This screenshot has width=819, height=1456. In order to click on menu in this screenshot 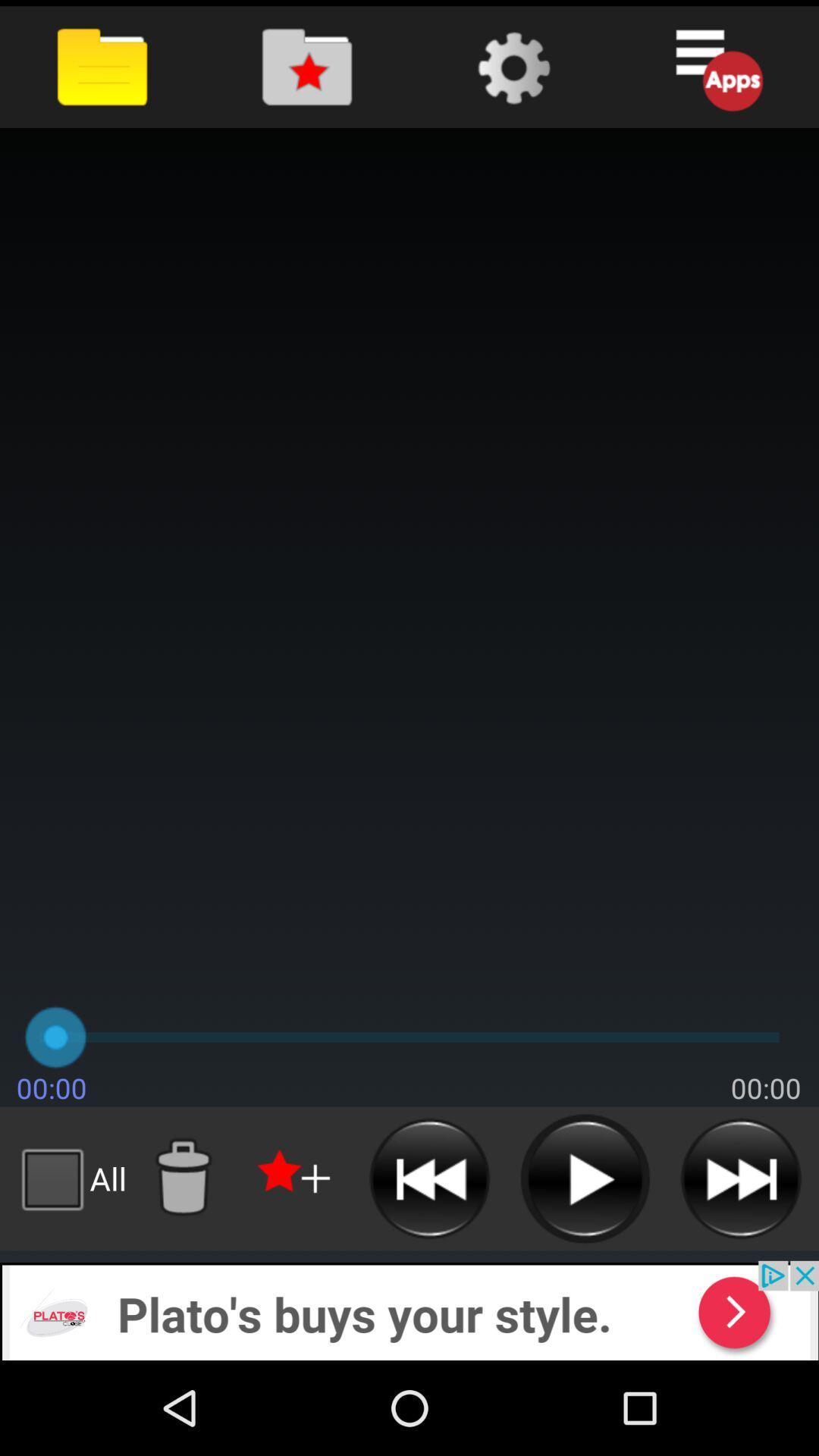, I will do `click(717, 66)`.